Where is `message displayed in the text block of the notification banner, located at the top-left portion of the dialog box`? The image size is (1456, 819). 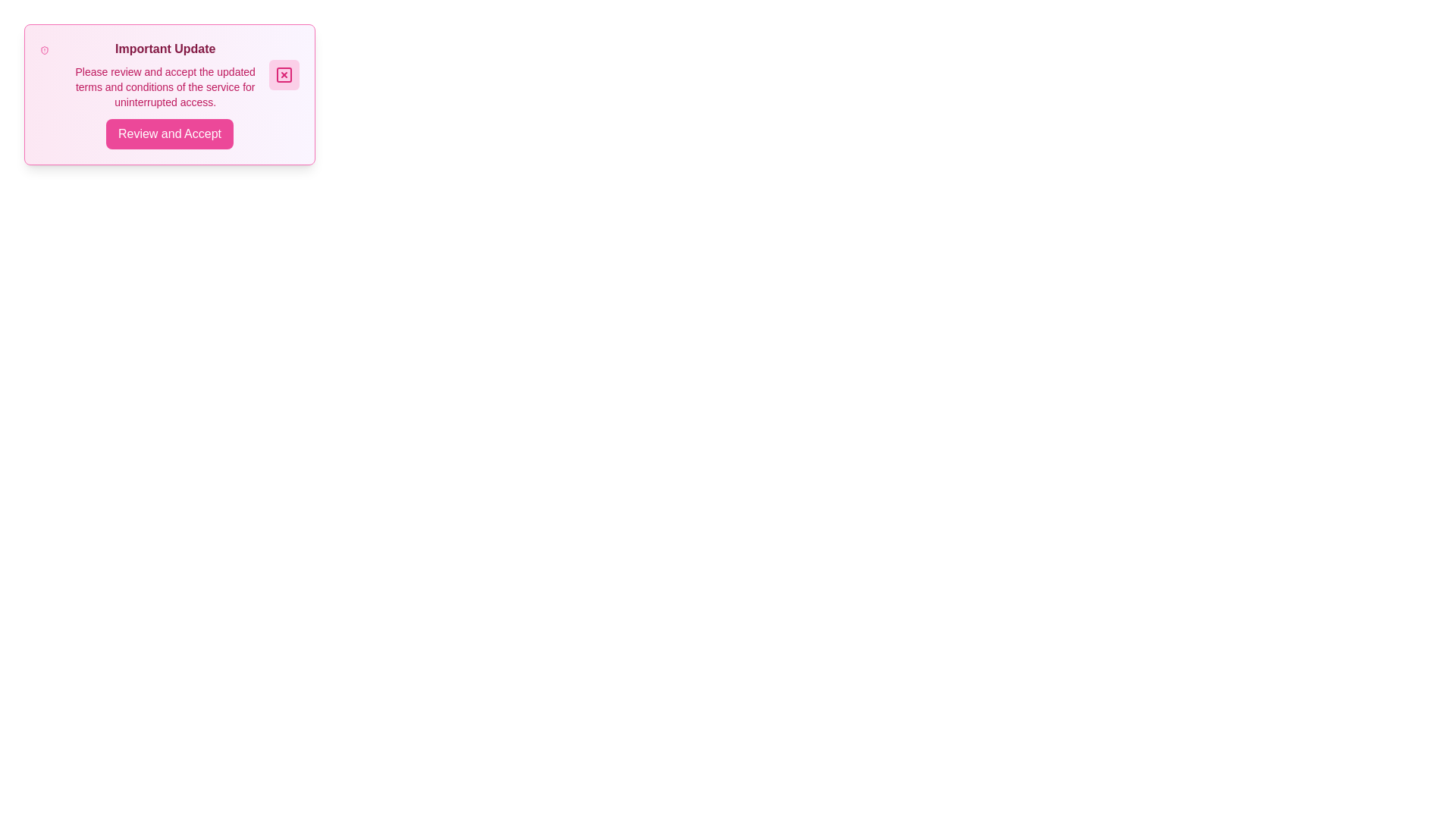 message displayed in the text block of the notification banner, located at the top-left portion of the dialog box is located at coordinates (154, 75).